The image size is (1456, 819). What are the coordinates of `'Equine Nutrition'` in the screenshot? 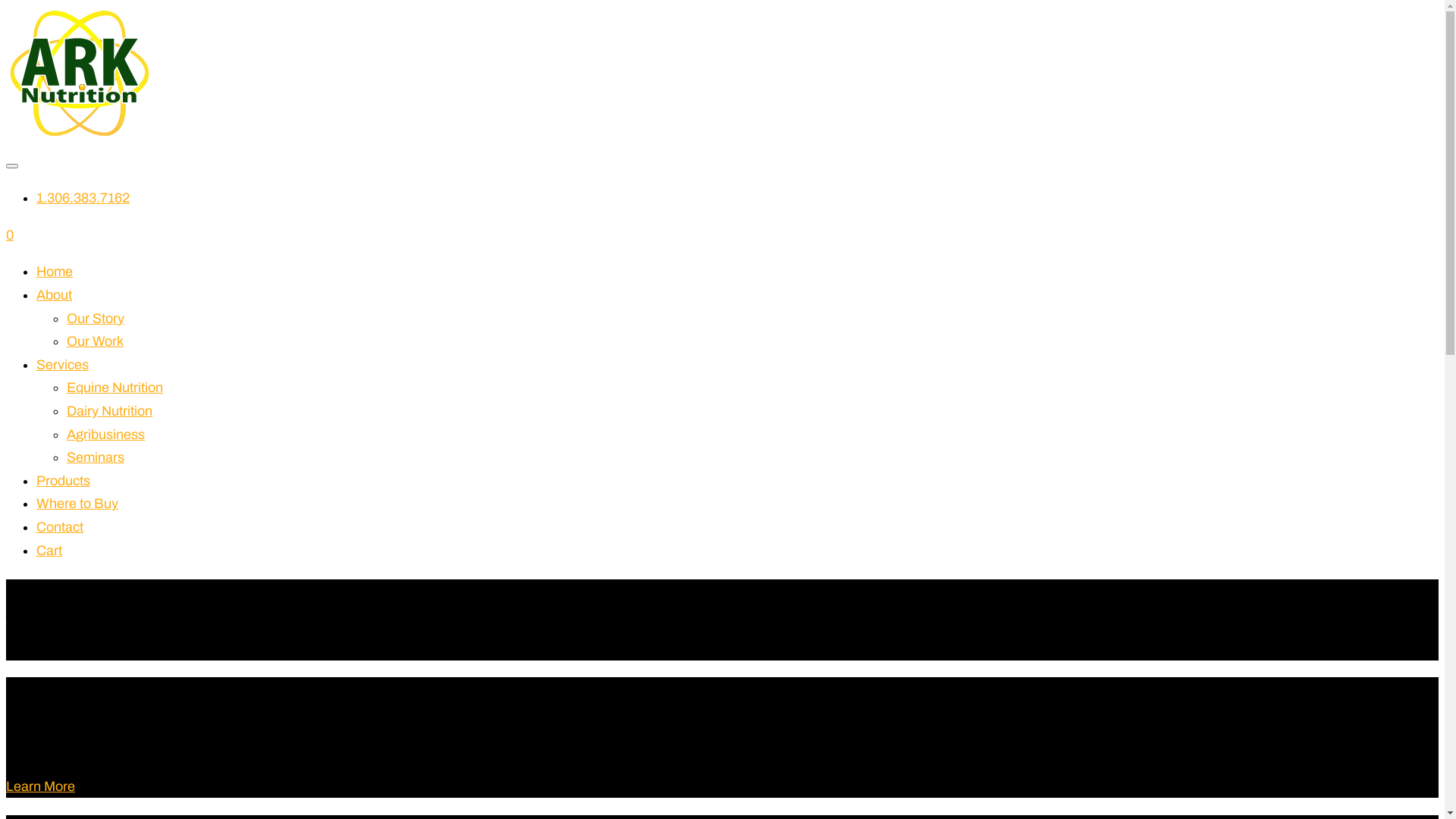 It's located at (114, 386).